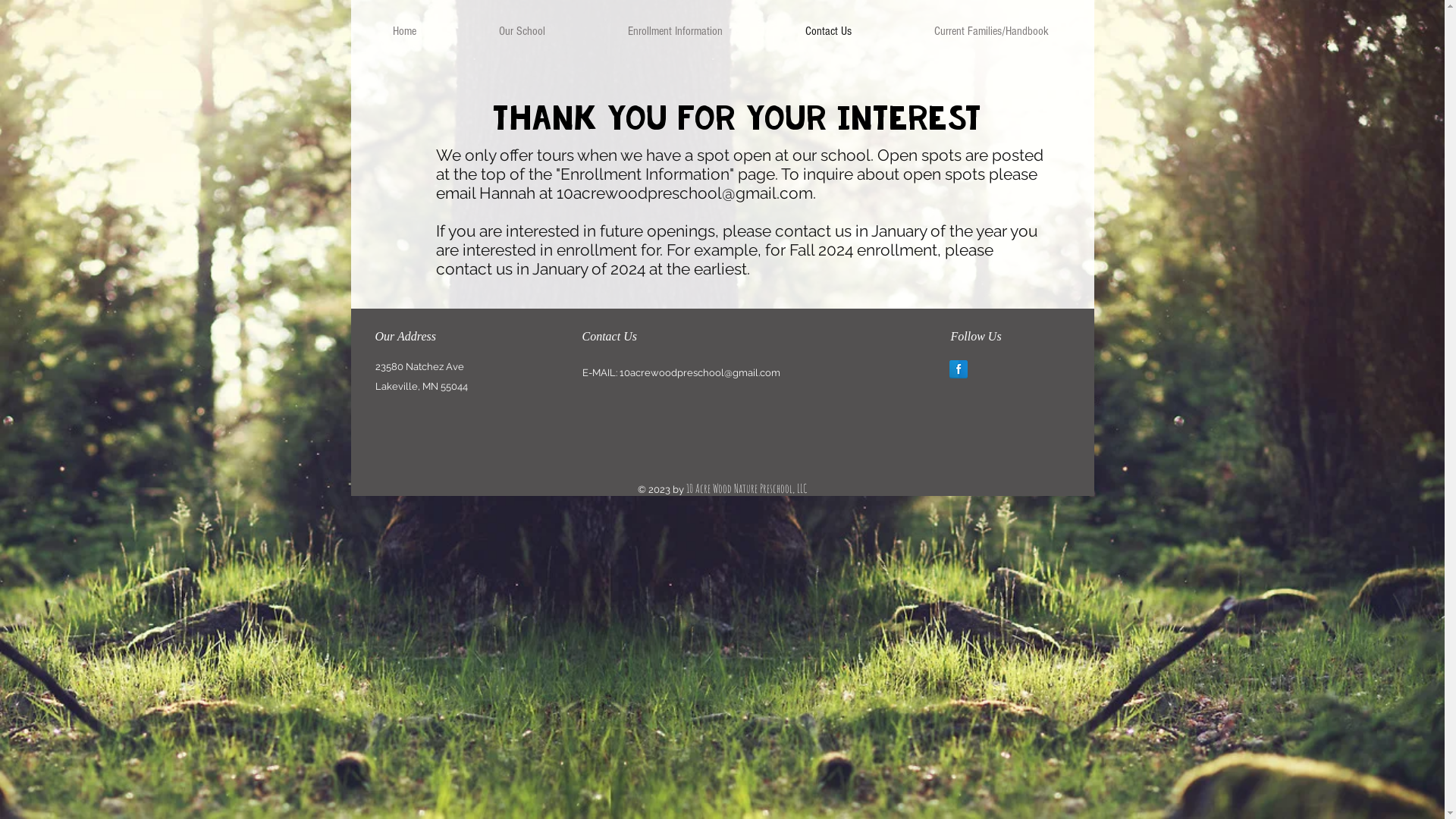  What do you see at coordinates (683, 192) in the screenshot?
I see `'10acrewoodpreschool@gmail.com'` at bounding box center [683, 192].